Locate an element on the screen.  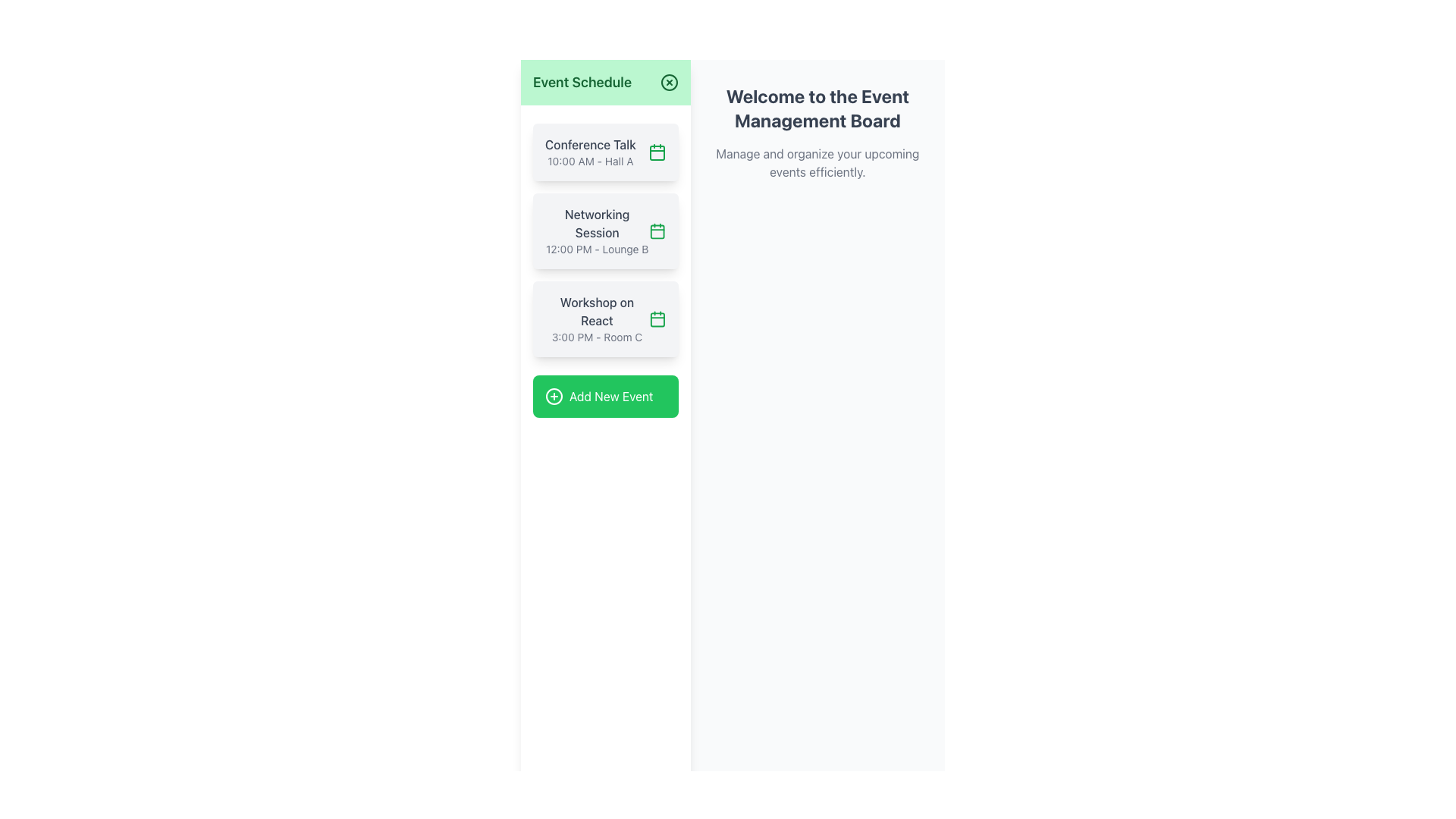
the 'Add New Event' icon located within the green button, which visually represents the action to create or add a new event is located at coordinates (553, 396).